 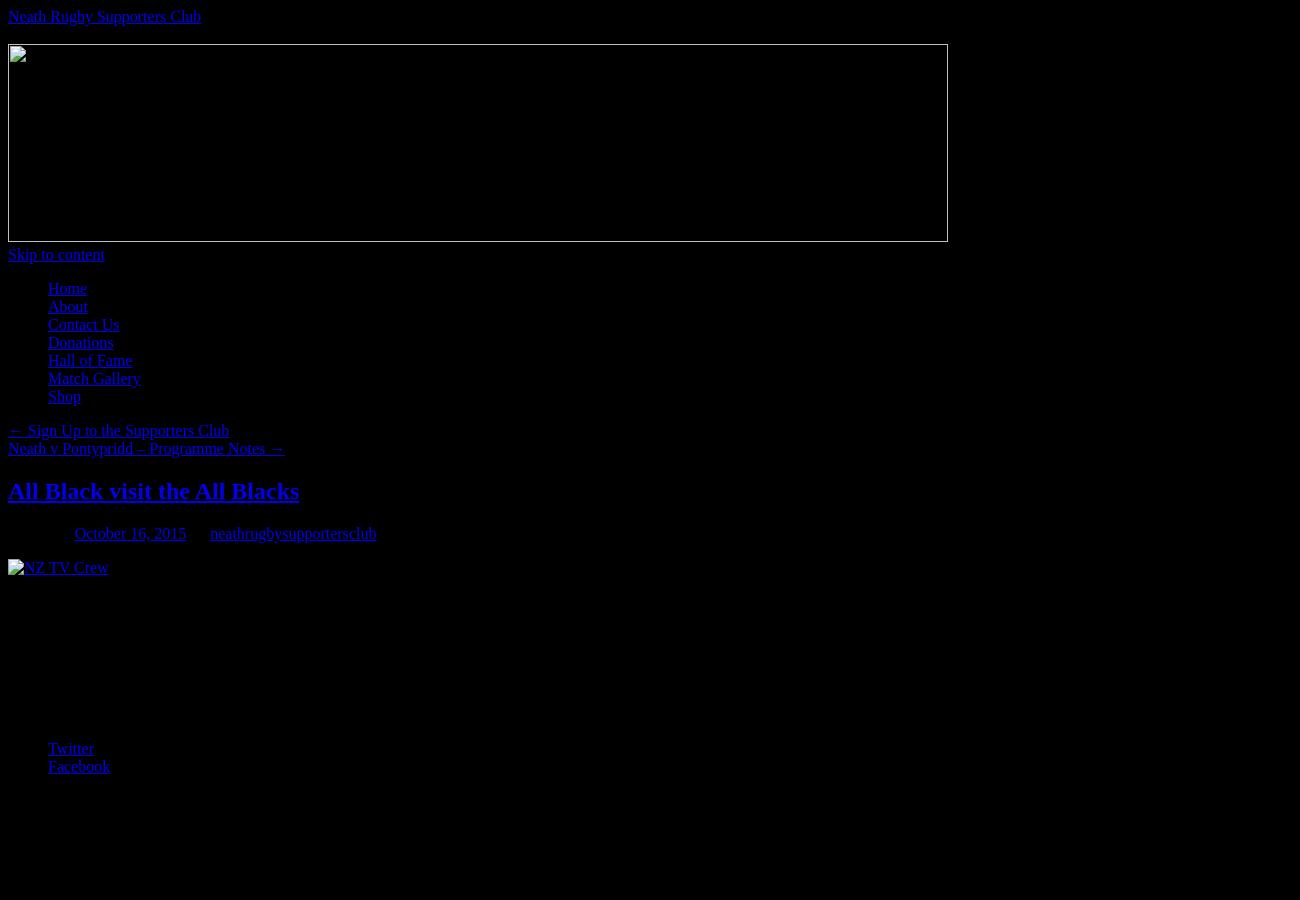 What do you see at coordinates (83, 323) in the screenshot?
I see `'Contact Us'` at bounding box center [83, 323].